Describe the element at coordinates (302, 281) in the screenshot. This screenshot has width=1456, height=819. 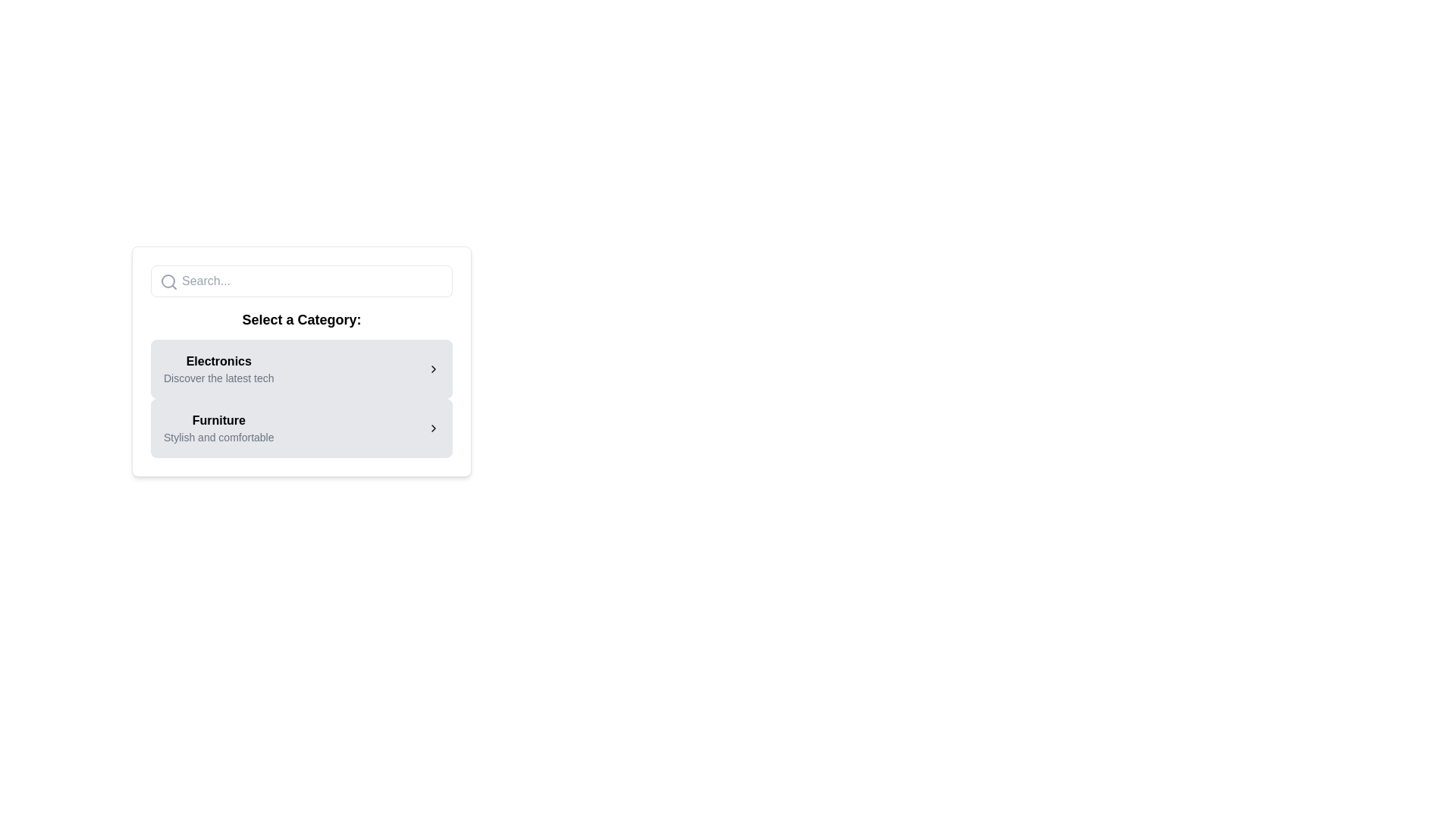
I see `to select text in the Text Input Field located above the header 'Select a Category:' on the card-like interface` at that location.